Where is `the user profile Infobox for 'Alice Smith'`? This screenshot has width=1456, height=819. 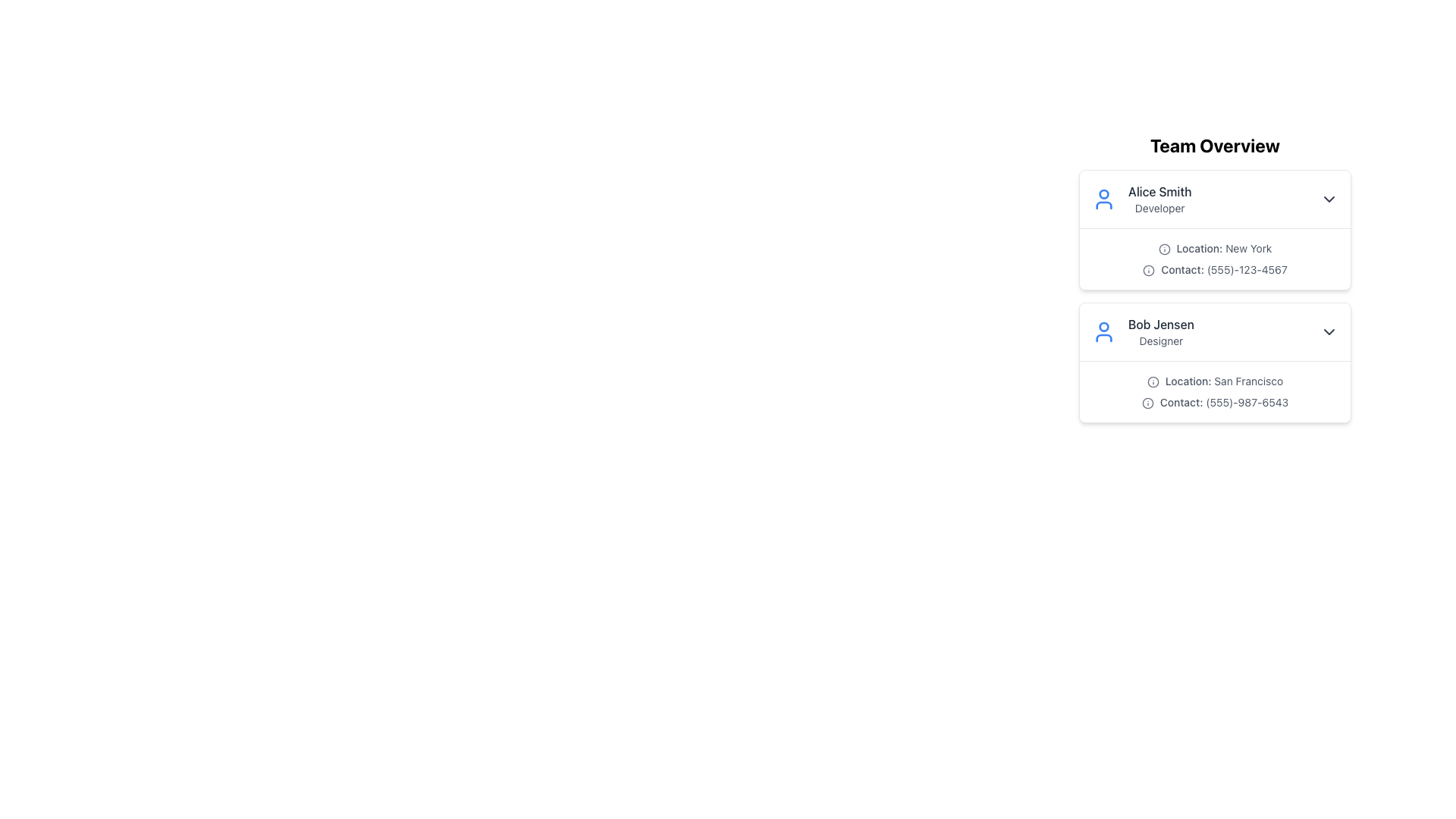 the user profile Infobox for 'Alice Smith' is located at coordinates (1215, 230).